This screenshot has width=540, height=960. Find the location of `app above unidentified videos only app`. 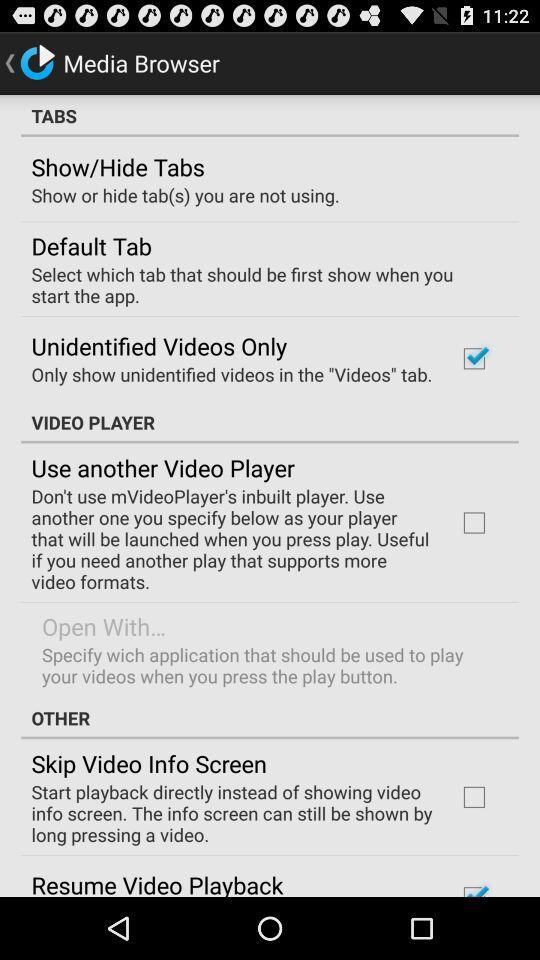

app above unidentified videos only app is located at coordinates (263, 283).